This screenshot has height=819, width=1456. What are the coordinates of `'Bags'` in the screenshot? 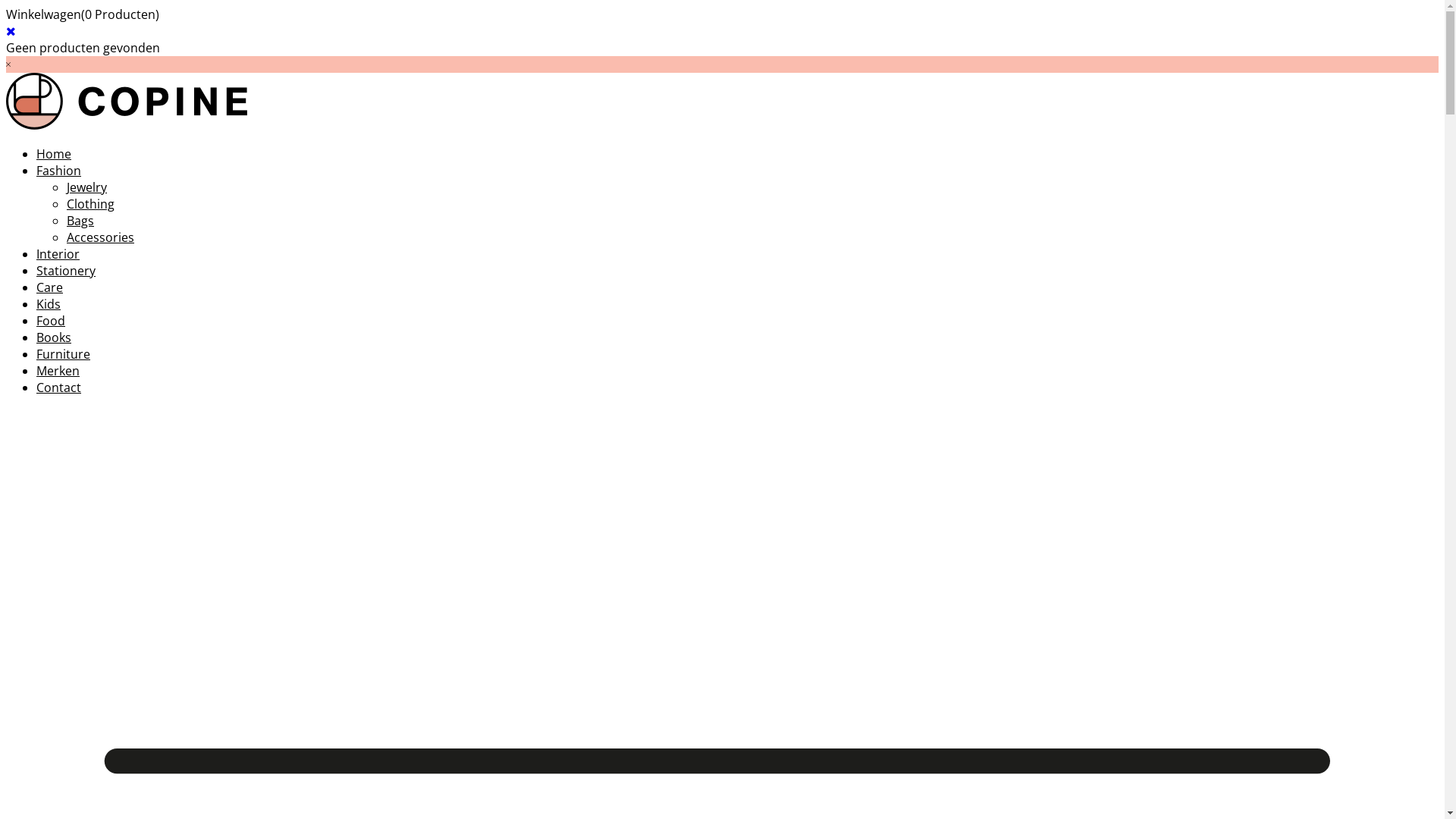 It's located at (65, 220).